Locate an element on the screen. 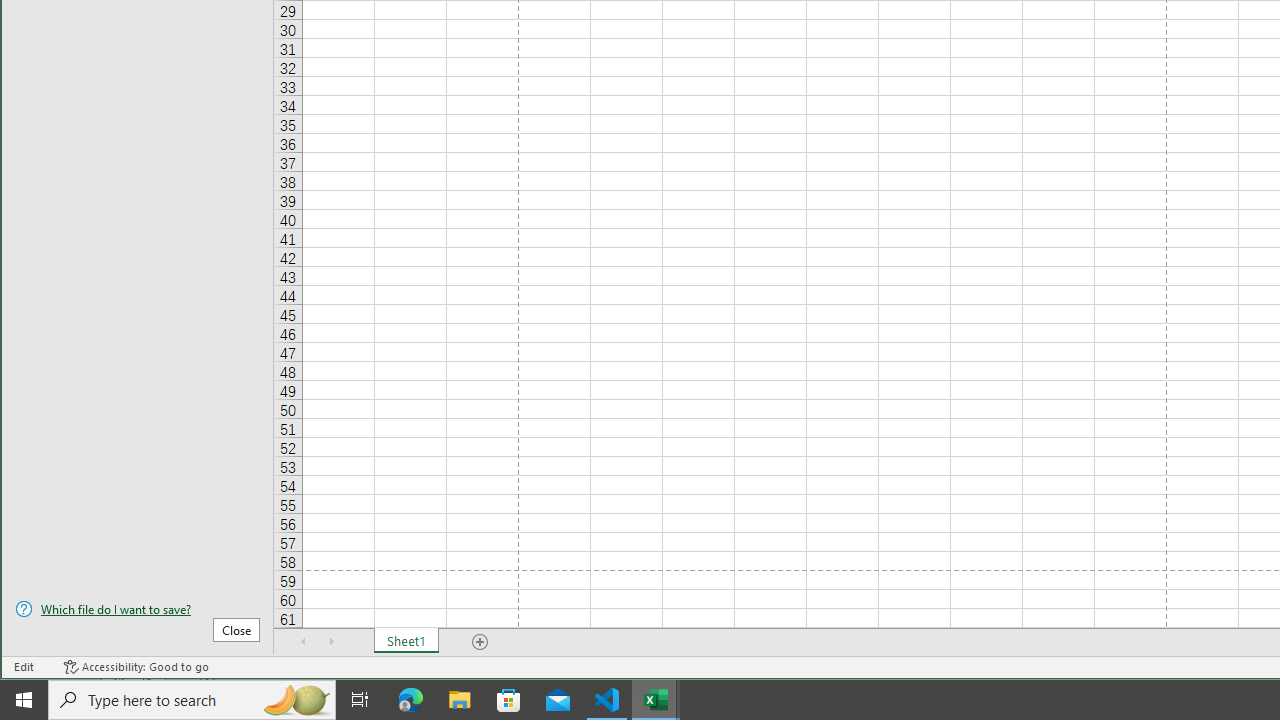 This screenshot has height=720, width=1280. 'Add Sheet' is located at coordinates (481, 641).